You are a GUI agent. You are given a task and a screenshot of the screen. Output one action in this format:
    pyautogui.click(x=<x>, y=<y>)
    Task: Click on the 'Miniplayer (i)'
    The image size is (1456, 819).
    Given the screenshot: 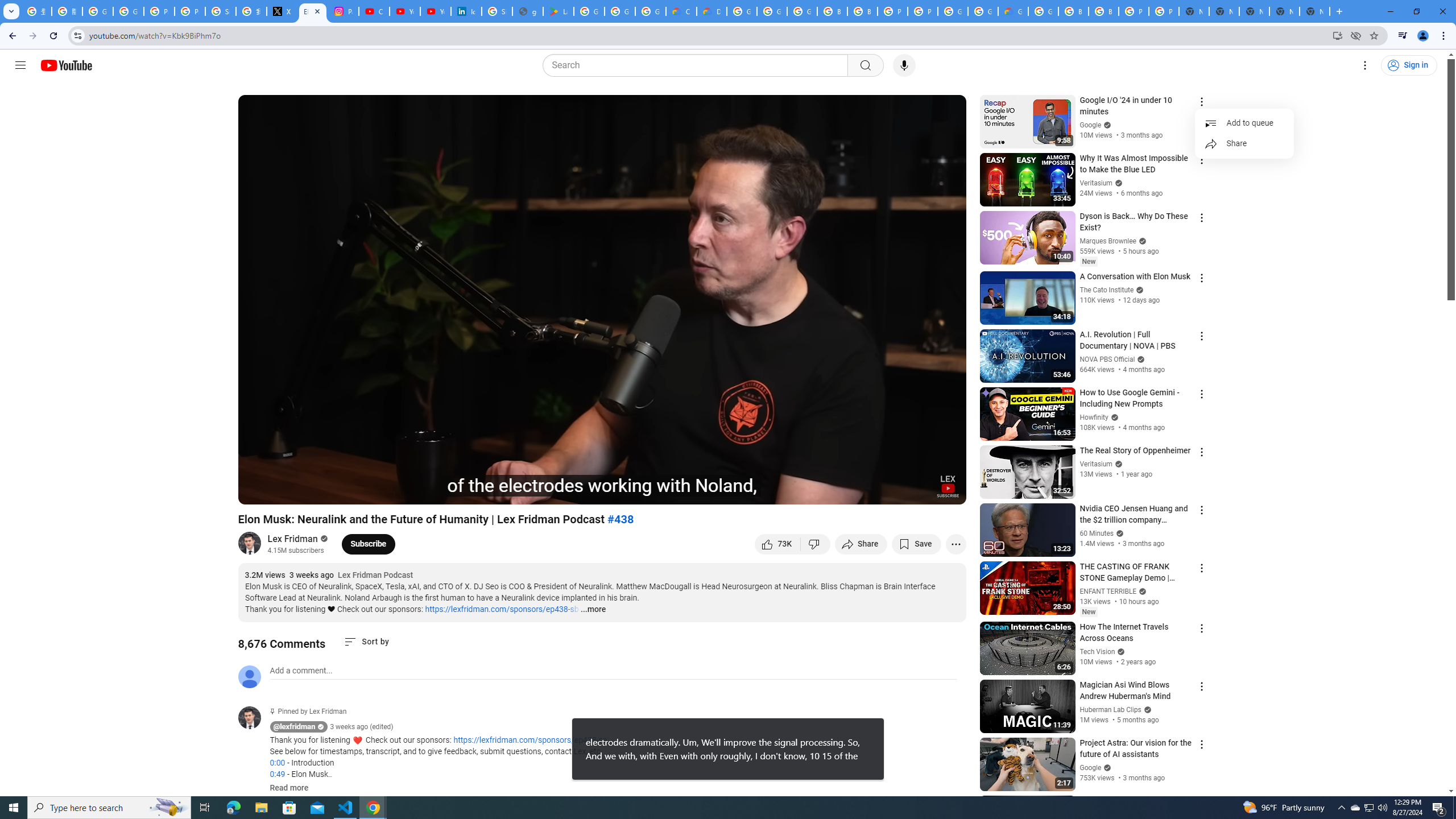 What is the action you would take?
    pyautogui.click(x=890, y=490)
    